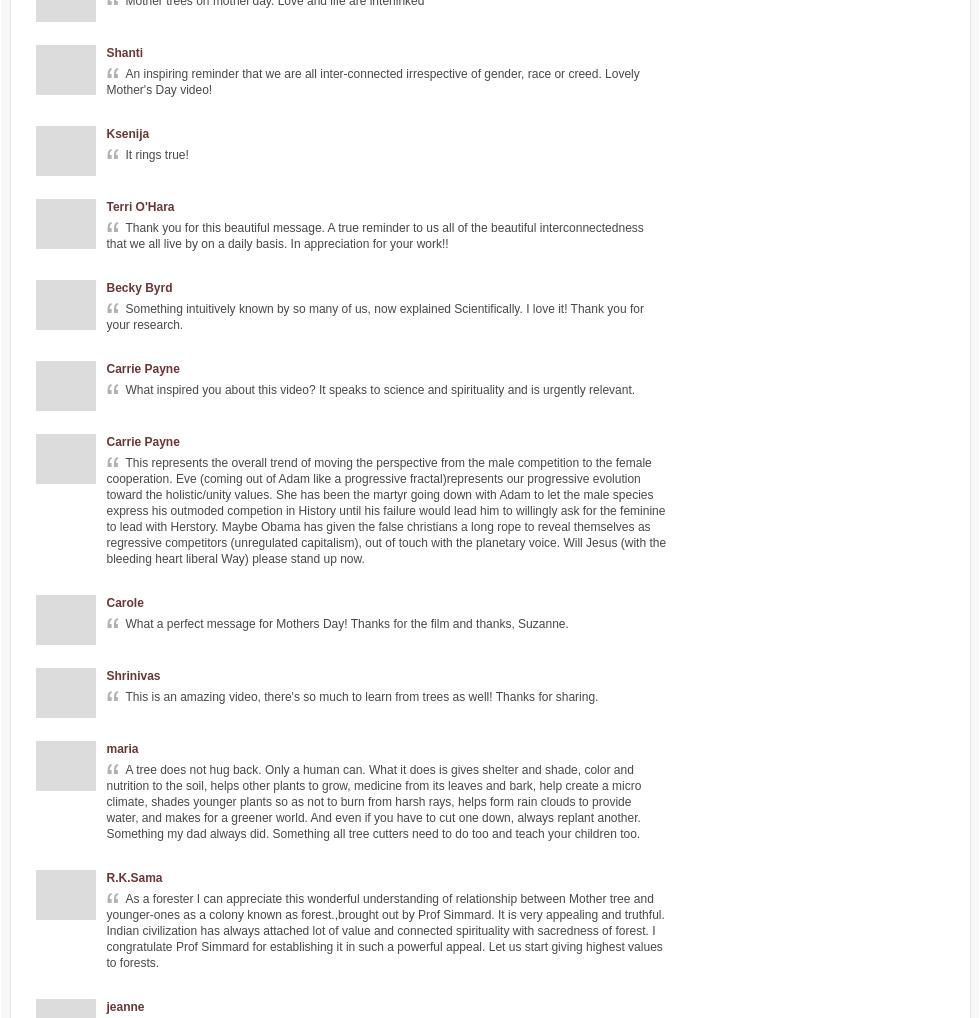  Describe the element at coordinates (156, 155) in the screenshot. I see `'It rings true!'` at that location.